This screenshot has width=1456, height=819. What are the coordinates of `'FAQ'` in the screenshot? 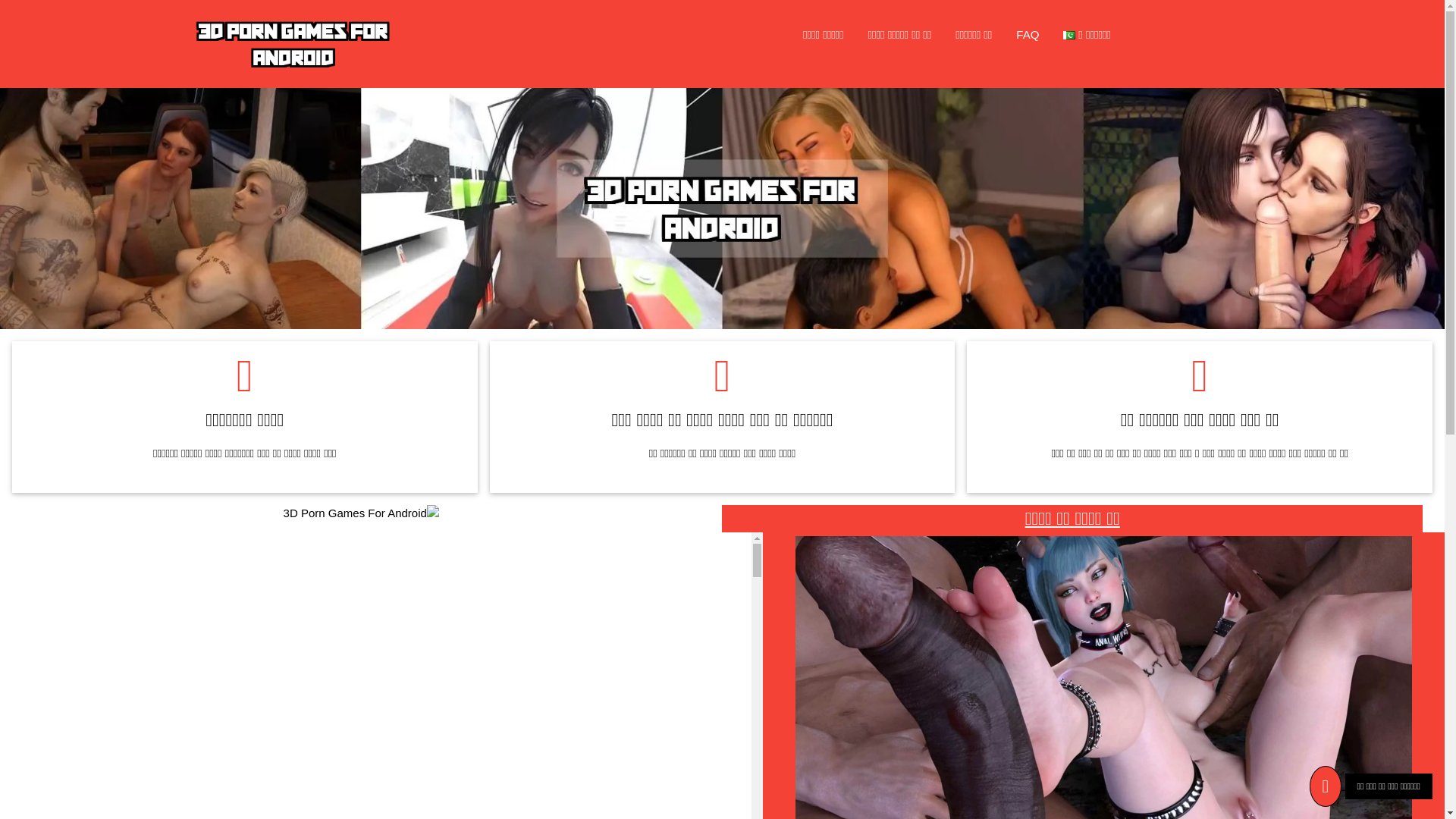 It's located at (1027, 34).